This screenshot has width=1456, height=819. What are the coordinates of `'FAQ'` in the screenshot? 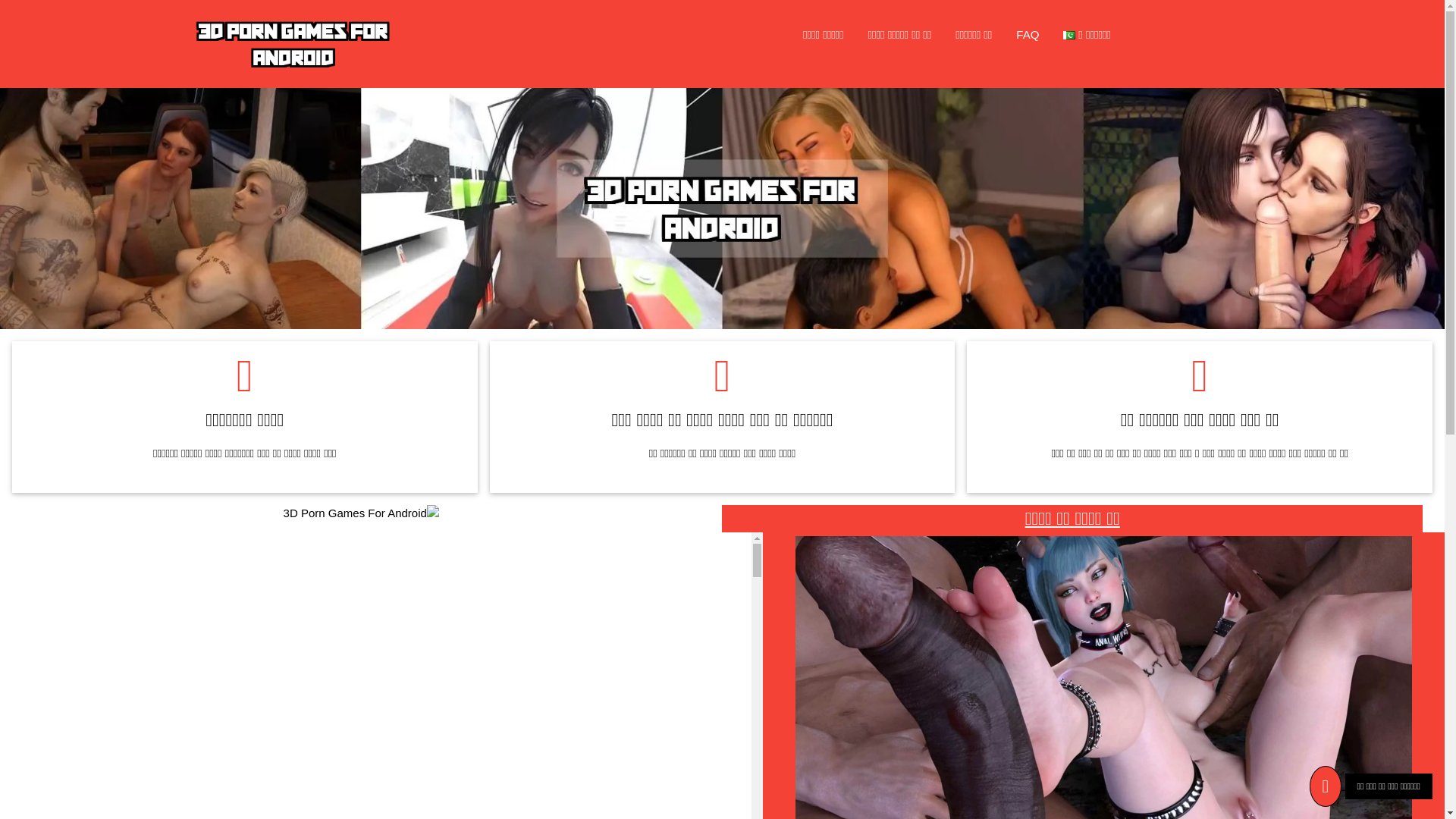 It's located at (1027, 34).